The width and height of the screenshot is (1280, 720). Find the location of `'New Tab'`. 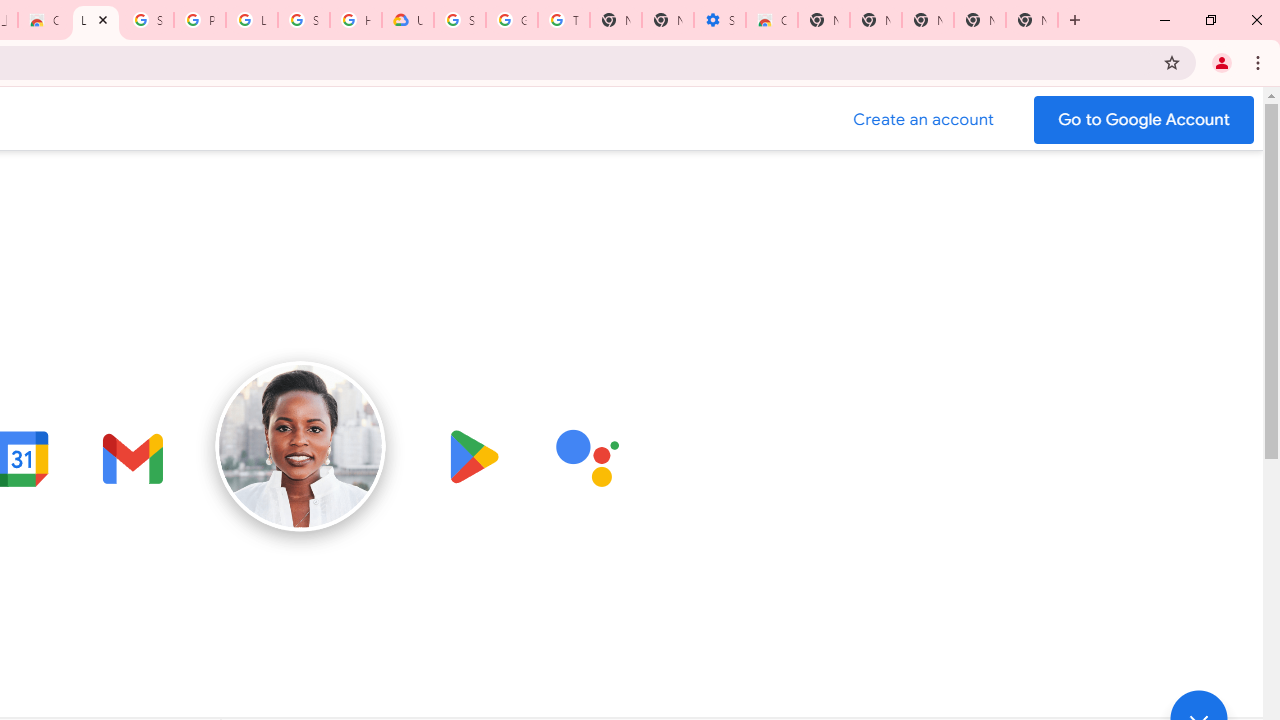

'New Tab' is located at coordinates (1032, 20).